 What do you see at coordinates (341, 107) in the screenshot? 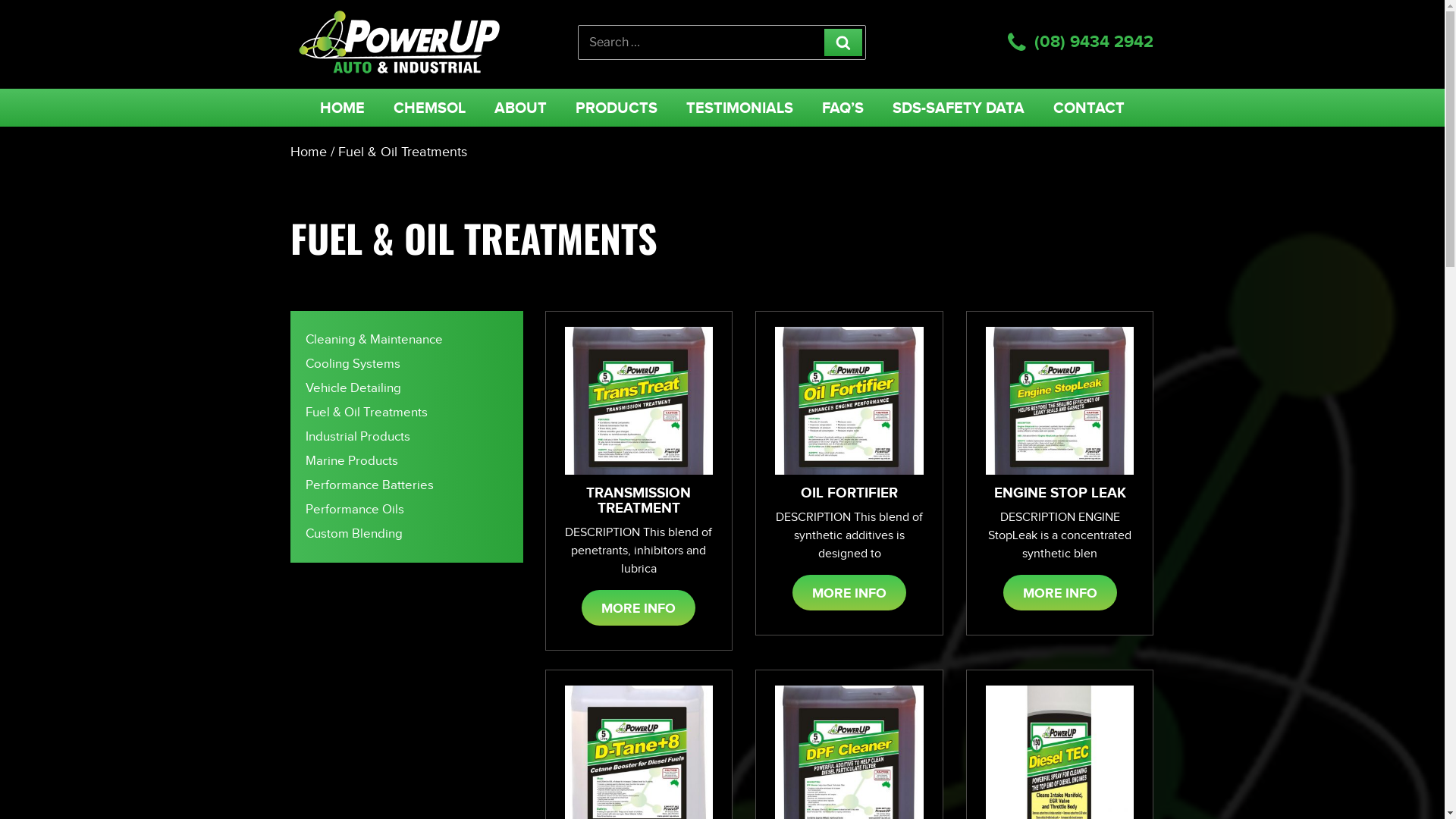
I see `'HOME'` at bounding box center [341, 107].